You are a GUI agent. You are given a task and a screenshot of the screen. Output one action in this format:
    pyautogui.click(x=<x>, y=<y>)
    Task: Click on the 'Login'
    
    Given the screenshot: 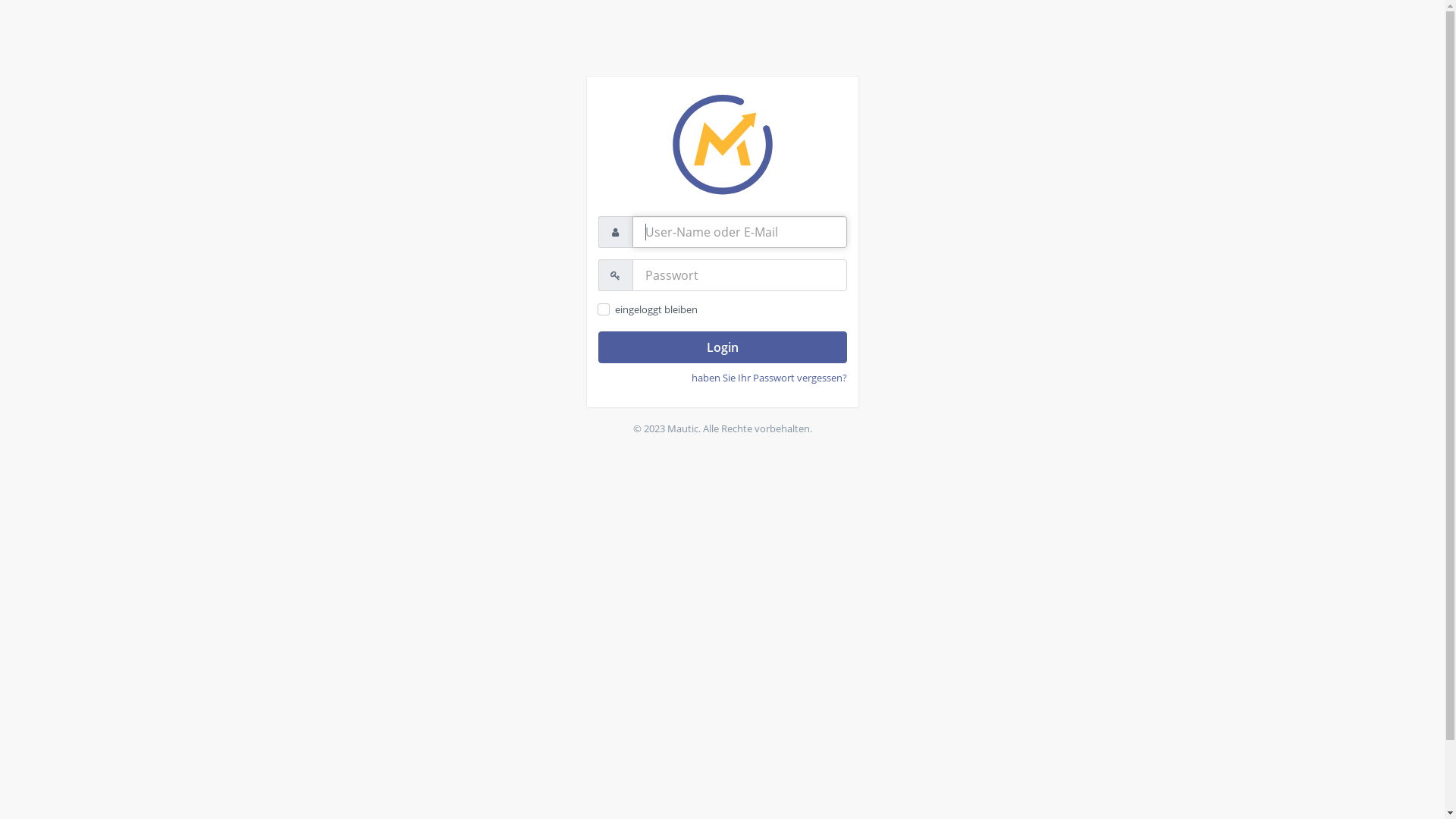 What is the action you would take?
    pyautogui.click(x=720, y=347)
    